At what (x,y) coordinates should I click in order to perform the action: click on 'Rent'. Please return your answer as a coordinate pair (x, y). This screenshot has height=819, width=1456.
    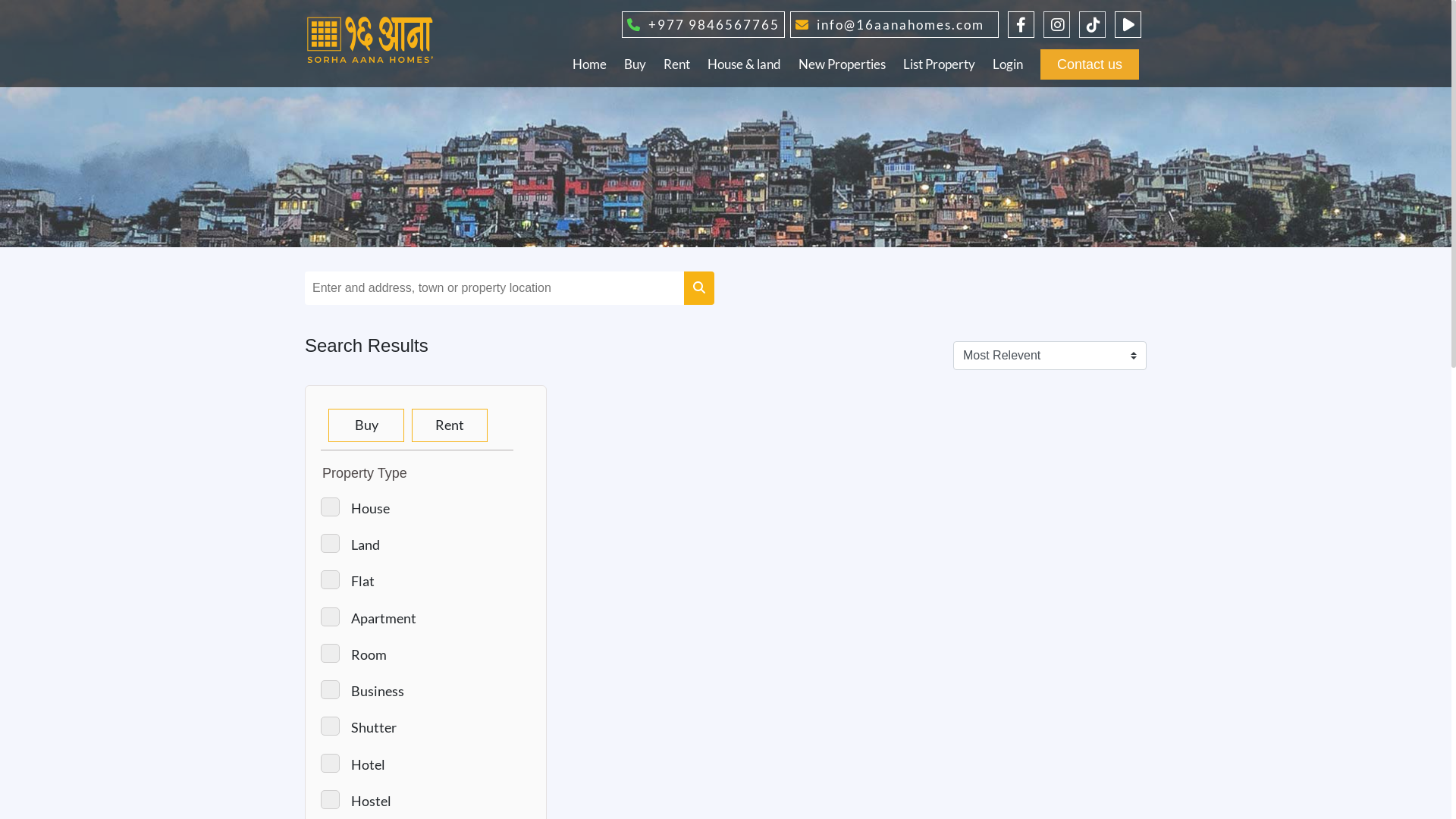
    Looking at the image, I should click on (676, 63).